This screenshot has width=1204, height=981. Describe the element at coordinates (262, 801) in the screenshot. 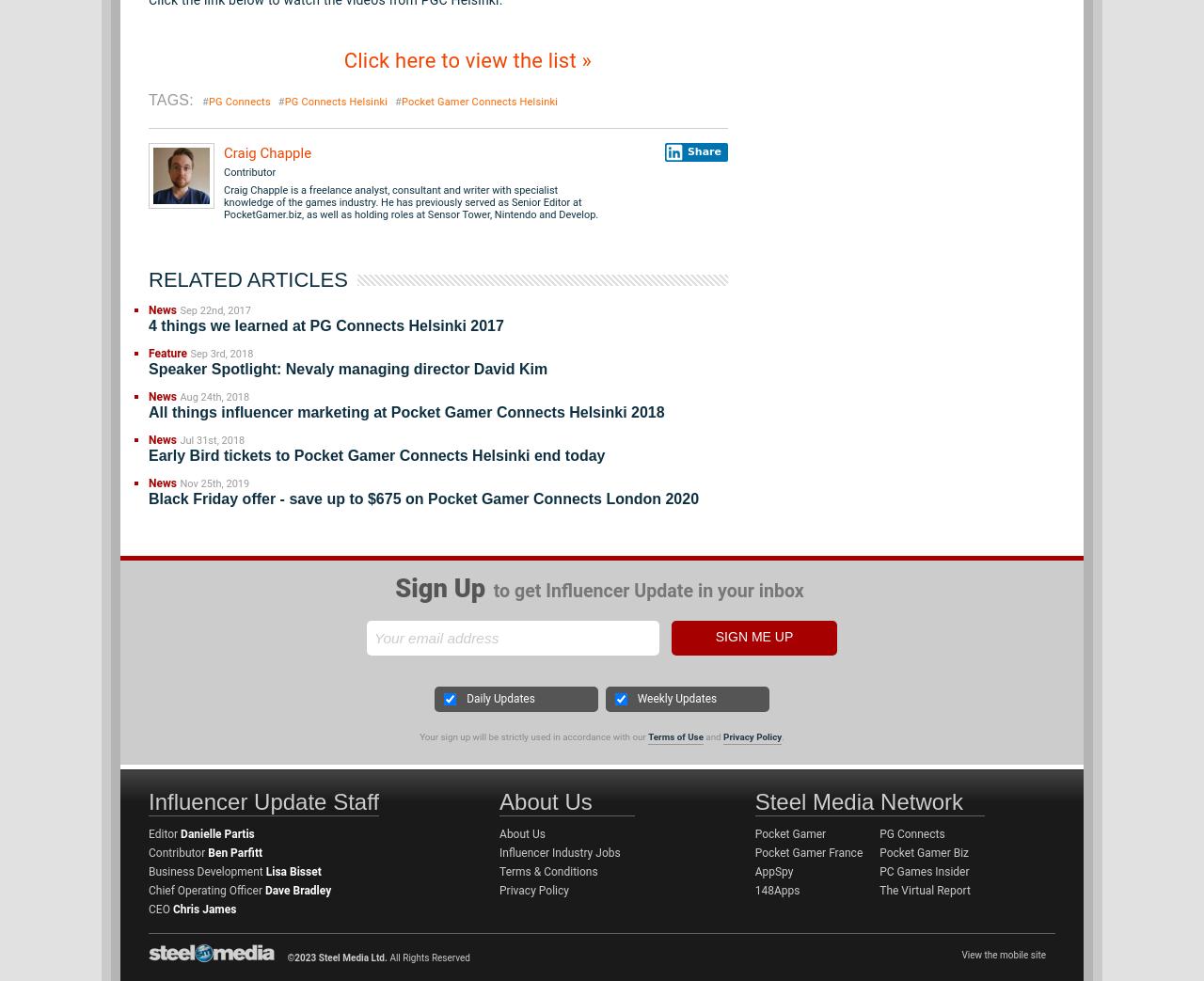

I see `'Influencer Update Staff'` at that location.